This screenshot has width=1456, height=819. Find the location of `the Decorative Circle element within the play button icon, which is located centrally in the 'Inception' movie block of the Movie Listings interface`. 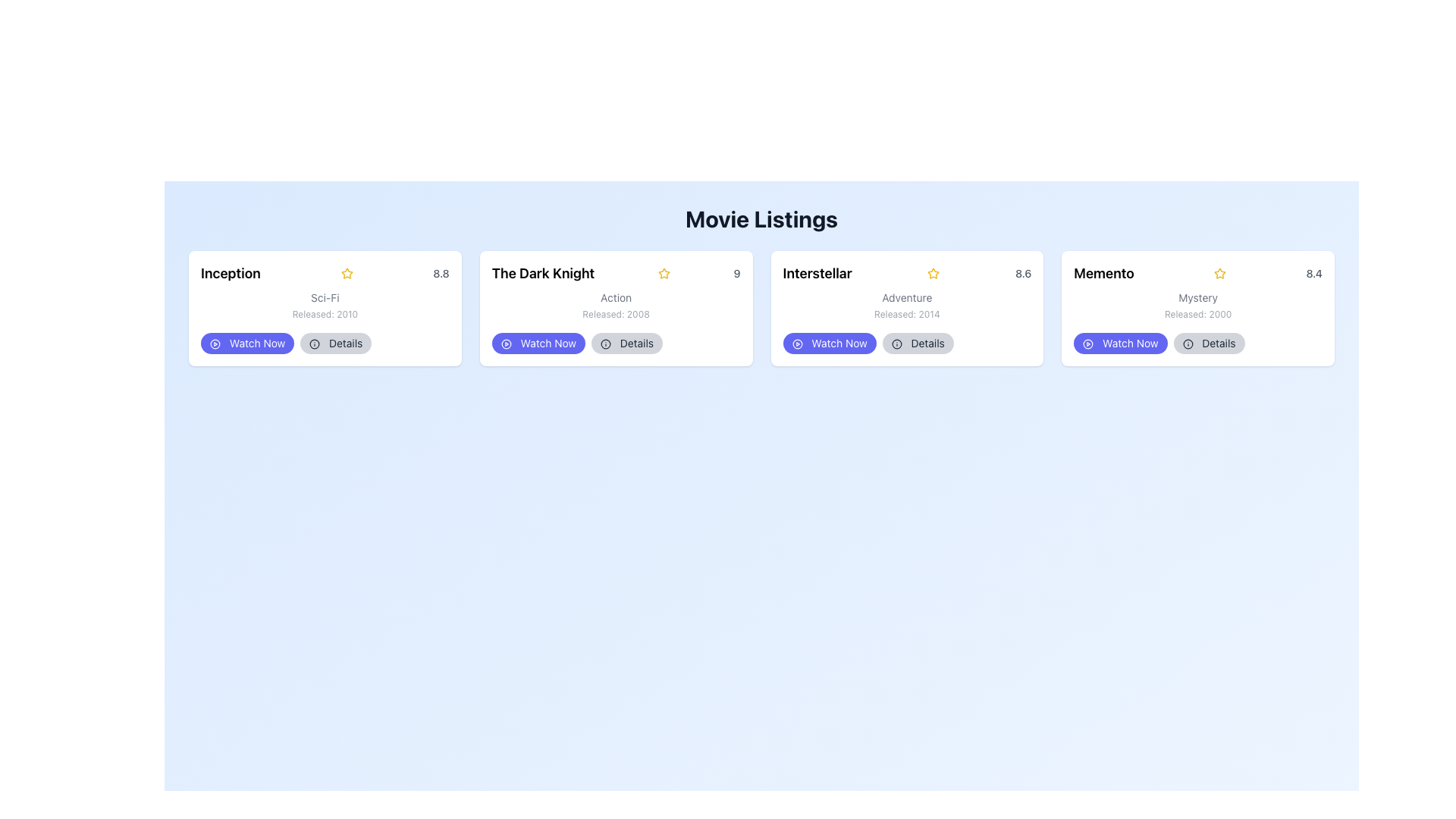

the Decorative Circle element within the play button icon, which is located centrally in the 'Inception' movie block of the Movie Listings interface is located at coordinates (214, 344).